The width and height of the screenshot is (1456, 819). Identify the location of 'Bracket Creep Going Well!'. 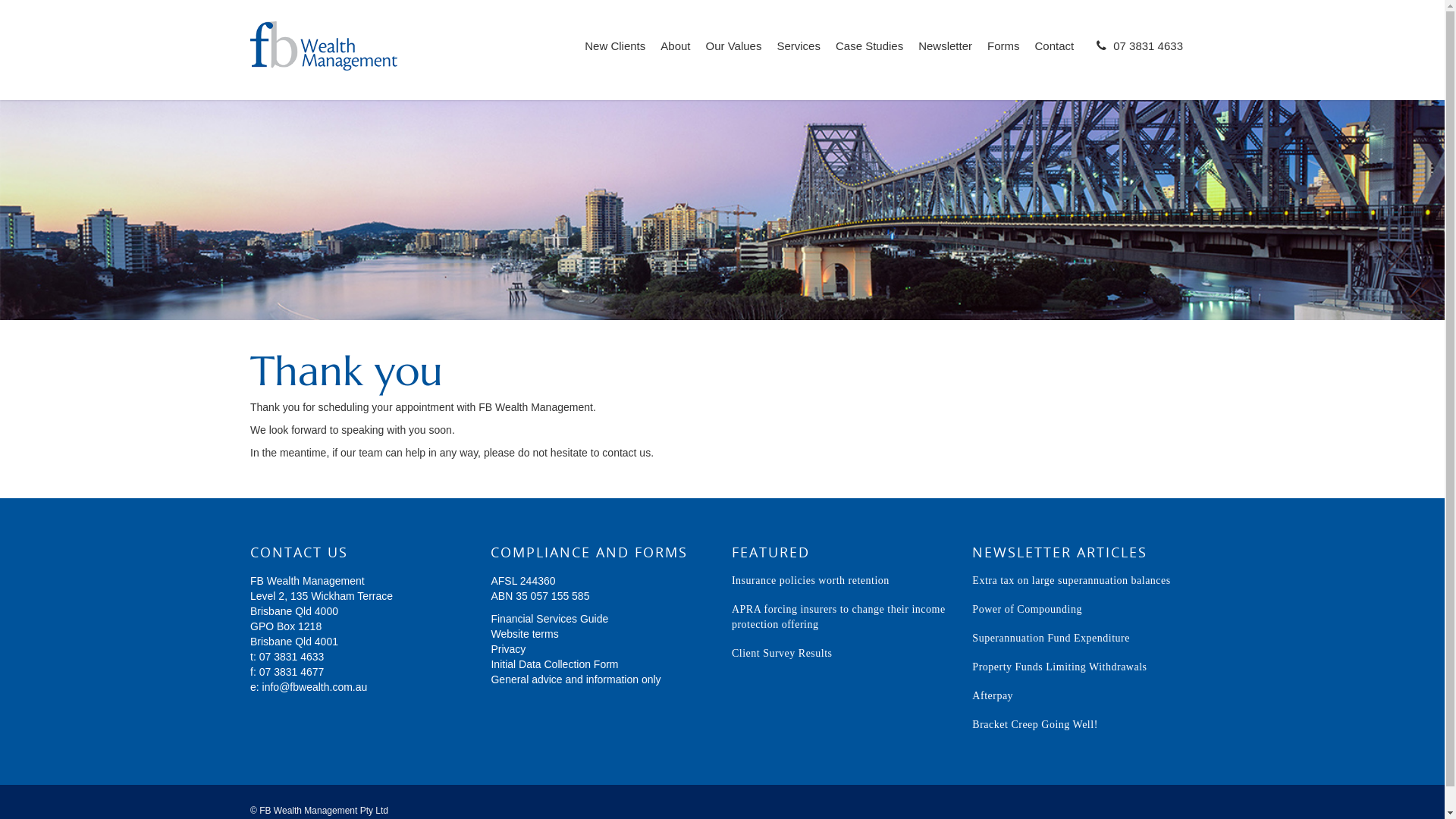
(971, 723).